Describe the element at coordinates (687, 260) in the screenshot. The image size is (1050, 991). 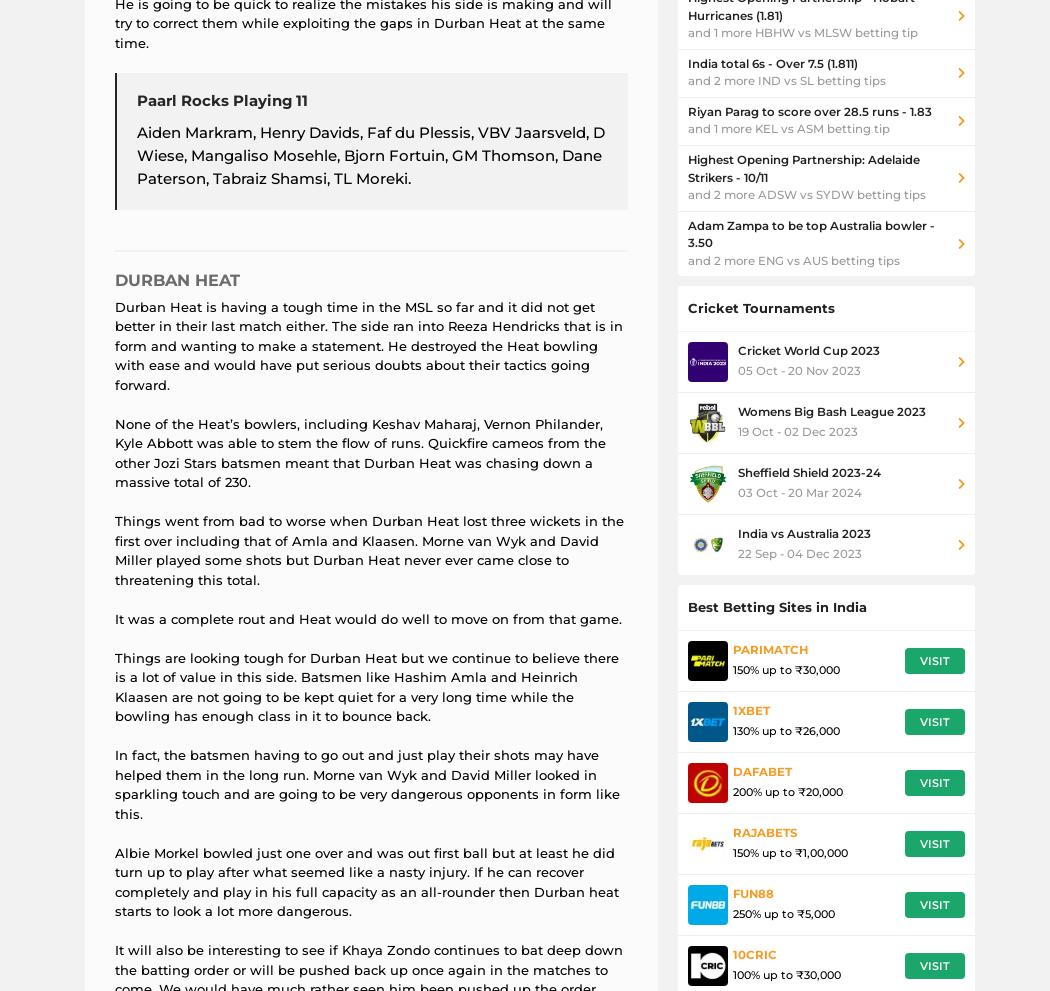
I see `'and 2 more ENG vs AUS betting tips'` at that location.